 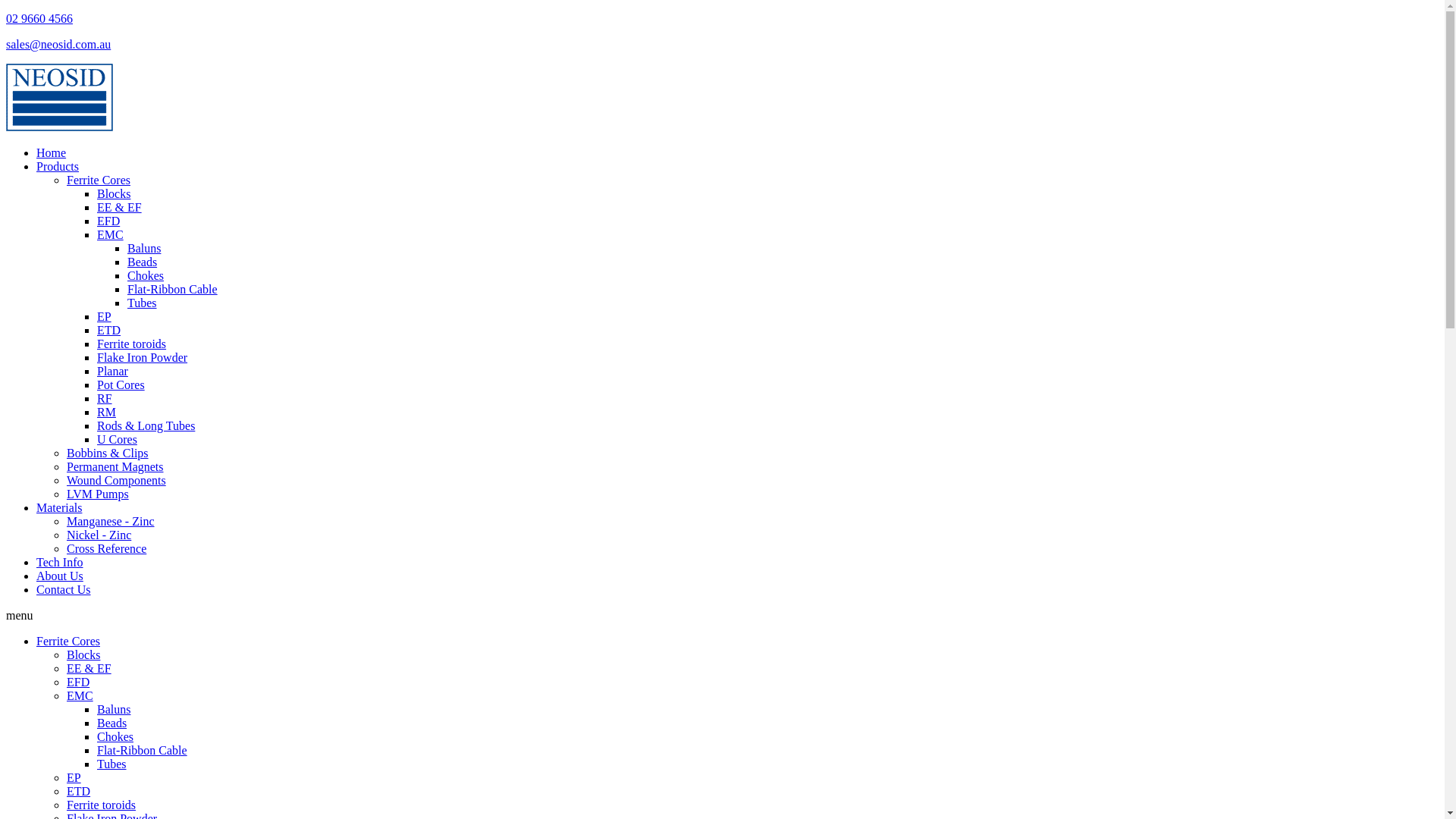 What do you see at coordinates (58, 166) in the screenshot?
I see `'Products'` at bounding box center [58, 166].